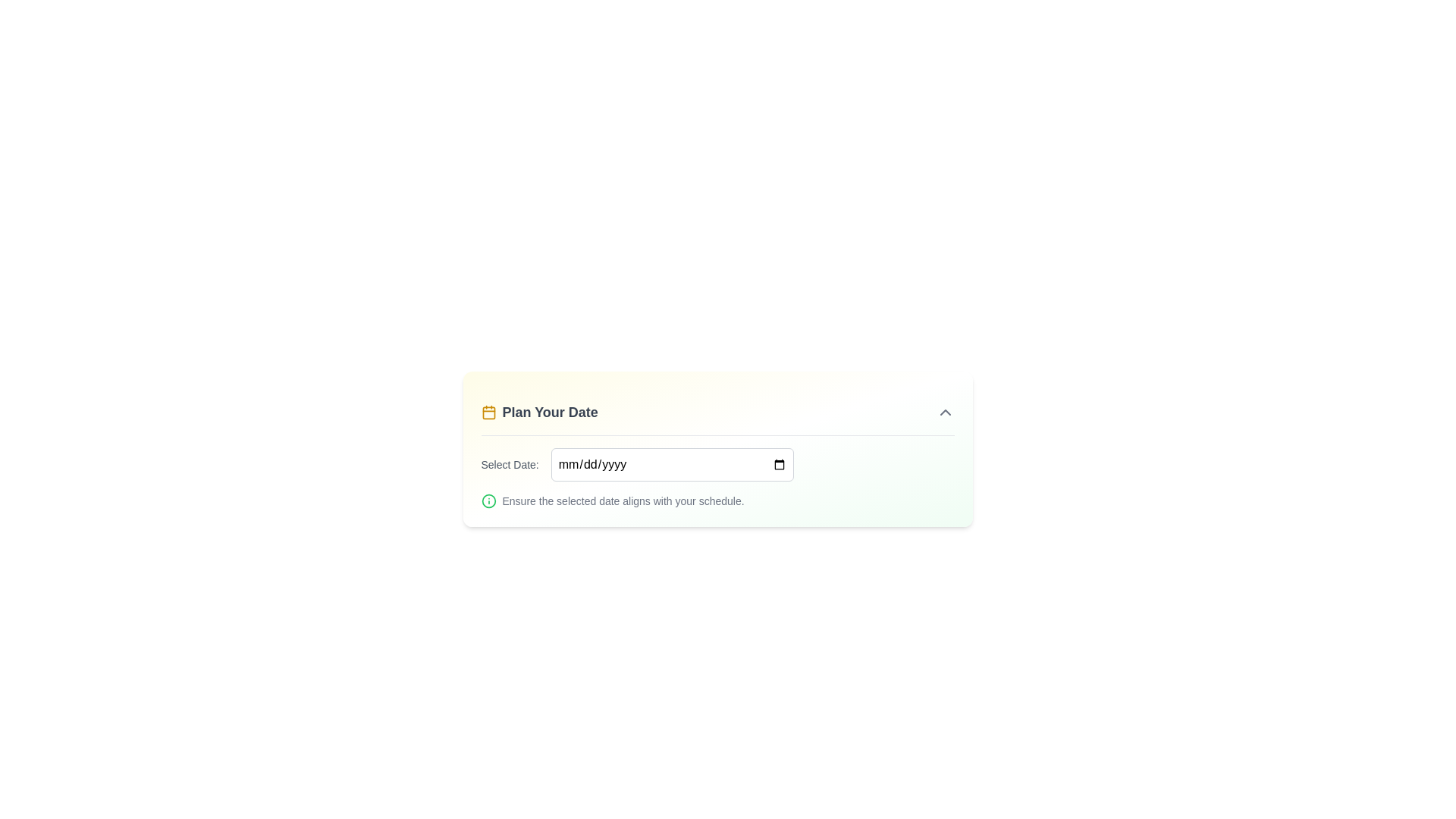  Describe the element at coordinates (944, 412) in the screenshot. I see `the Icon (Chevron Up) located in the top-right region of the 'Plan Your Date' card, which is styled with a muted grey color scheme and changes to yellow when hovered` at that location.